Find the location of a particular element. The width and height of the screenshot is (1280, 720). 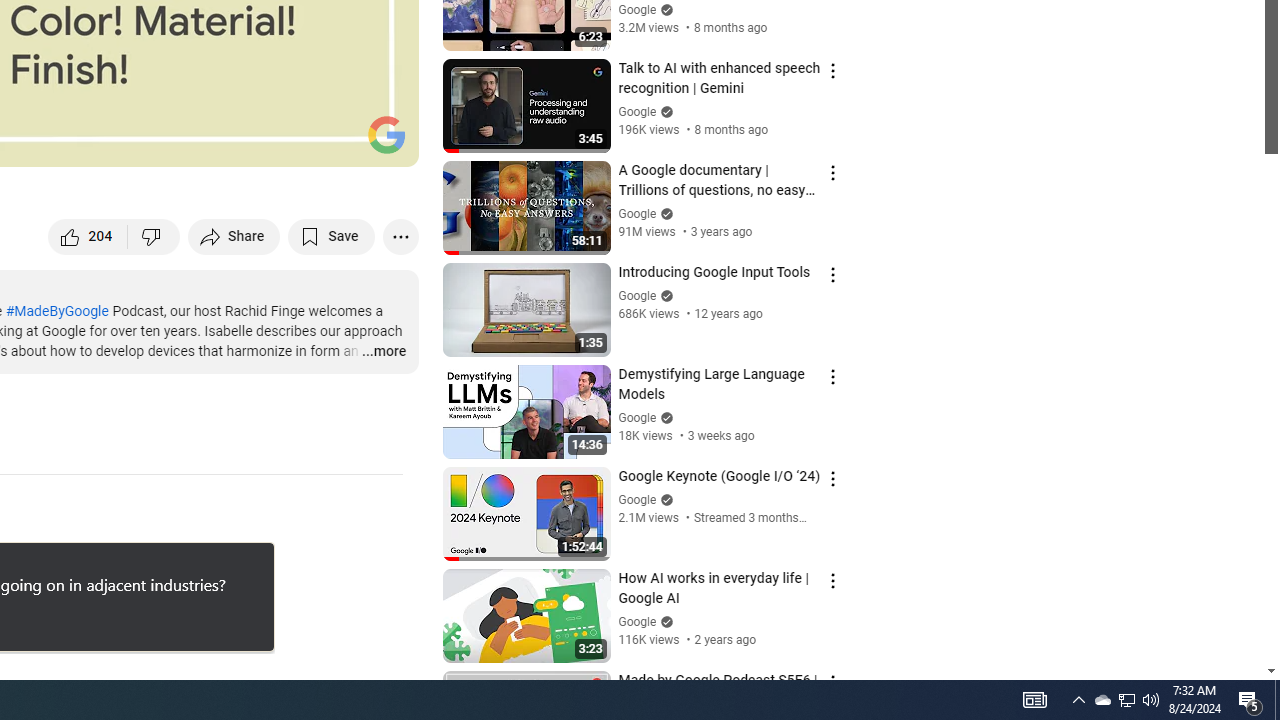

'Share' is located at coordinates (234, 235).